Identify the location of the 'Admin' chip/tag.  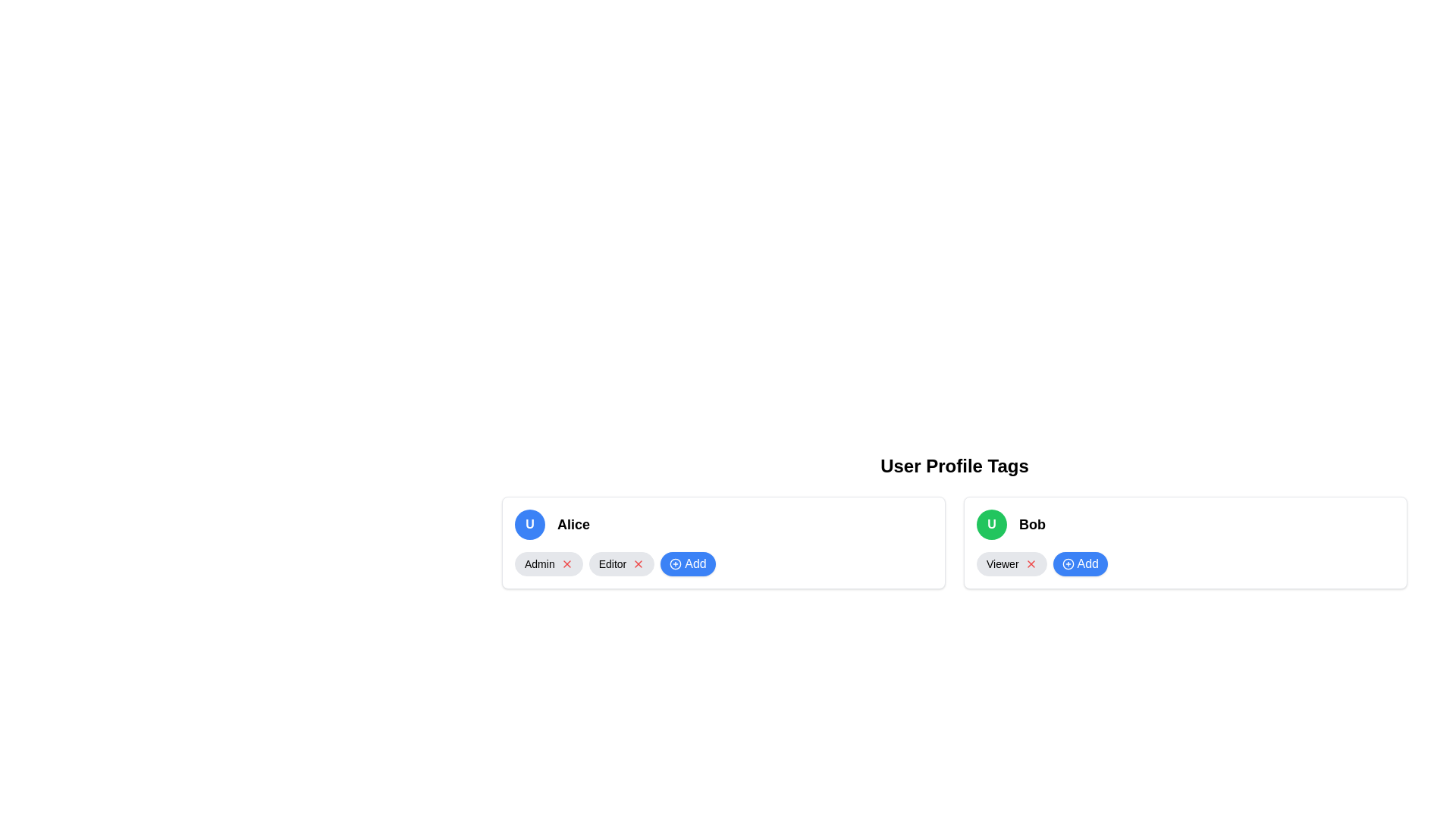
(548, 564).